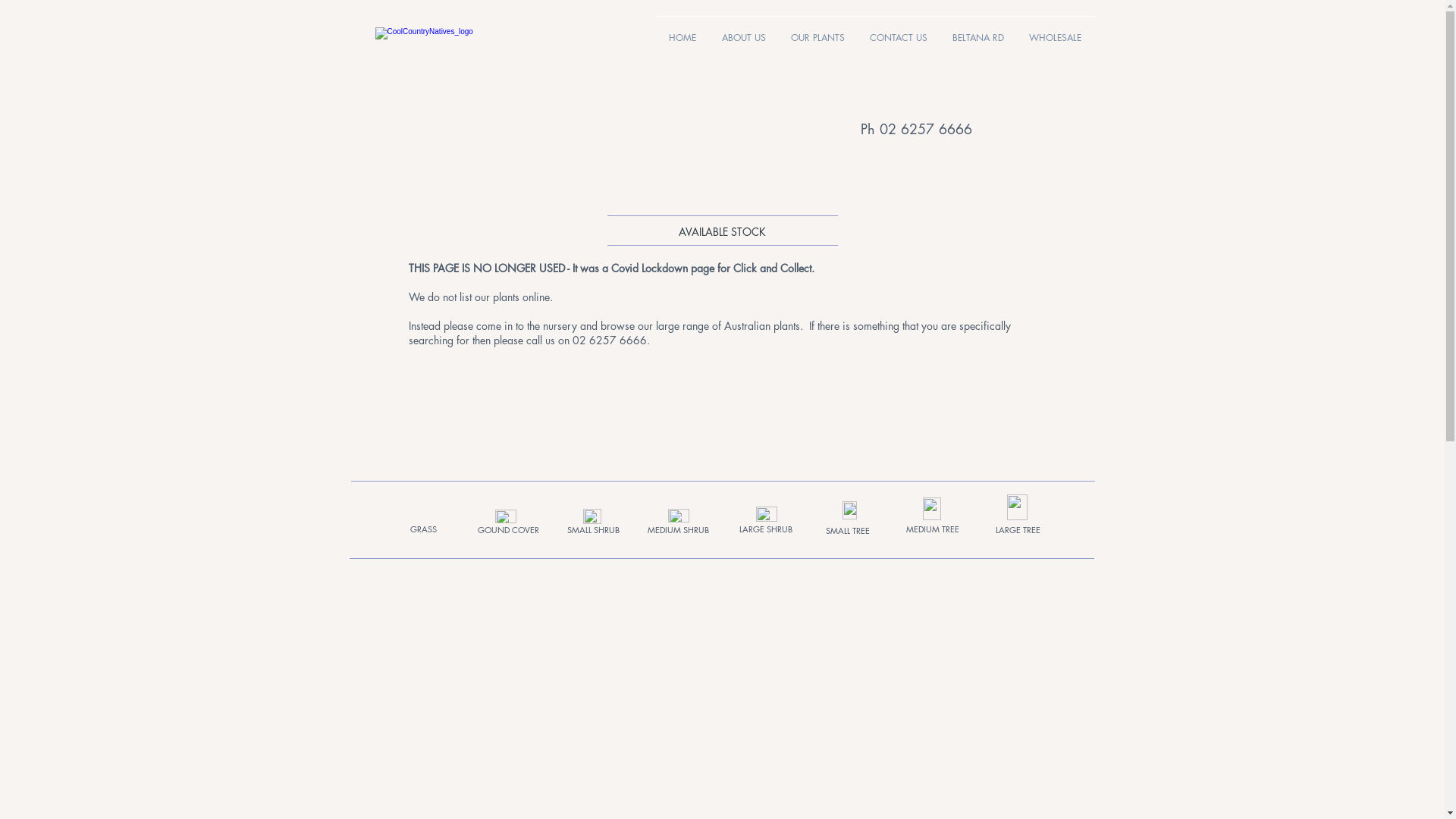  What do you see at coordinates (817, 31) in the screenshot?
I see `'OUR PLANTS'` at bounding box center [817, 31].